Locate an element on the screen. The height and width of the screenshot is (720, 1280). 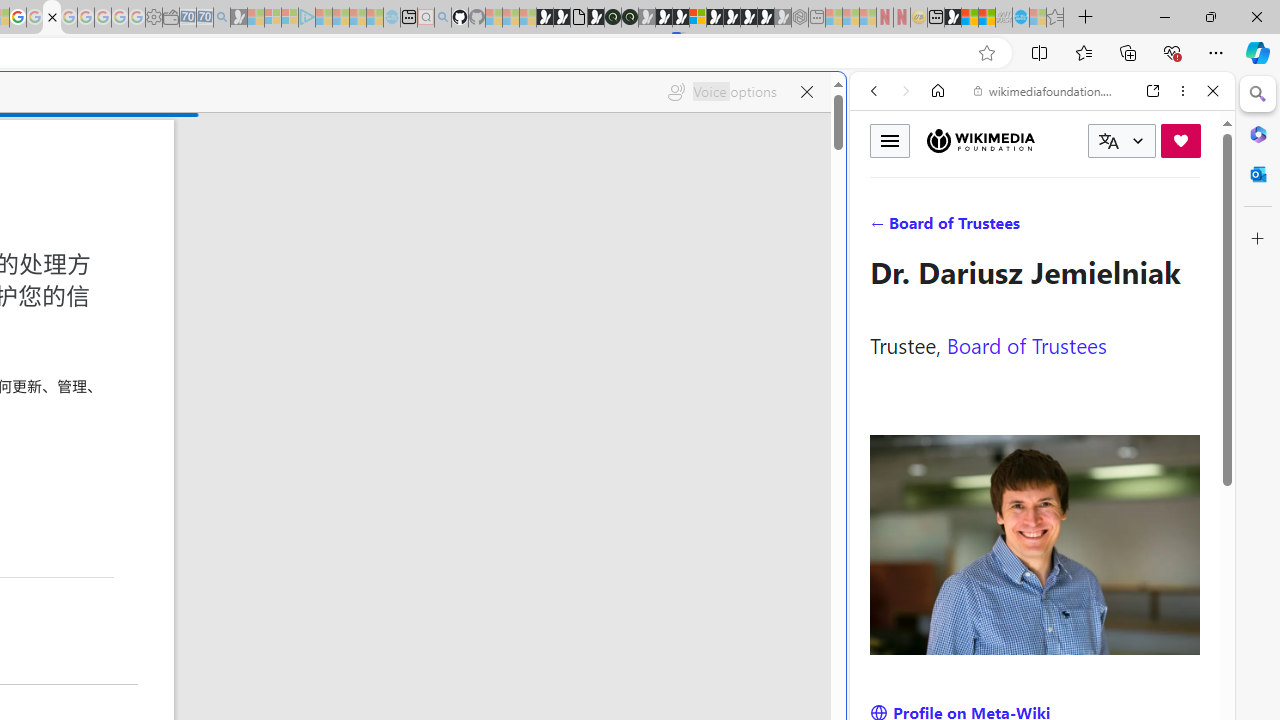
'google_privacy_policy_zh-CN.pdf' is located at coordinates (51, 17).